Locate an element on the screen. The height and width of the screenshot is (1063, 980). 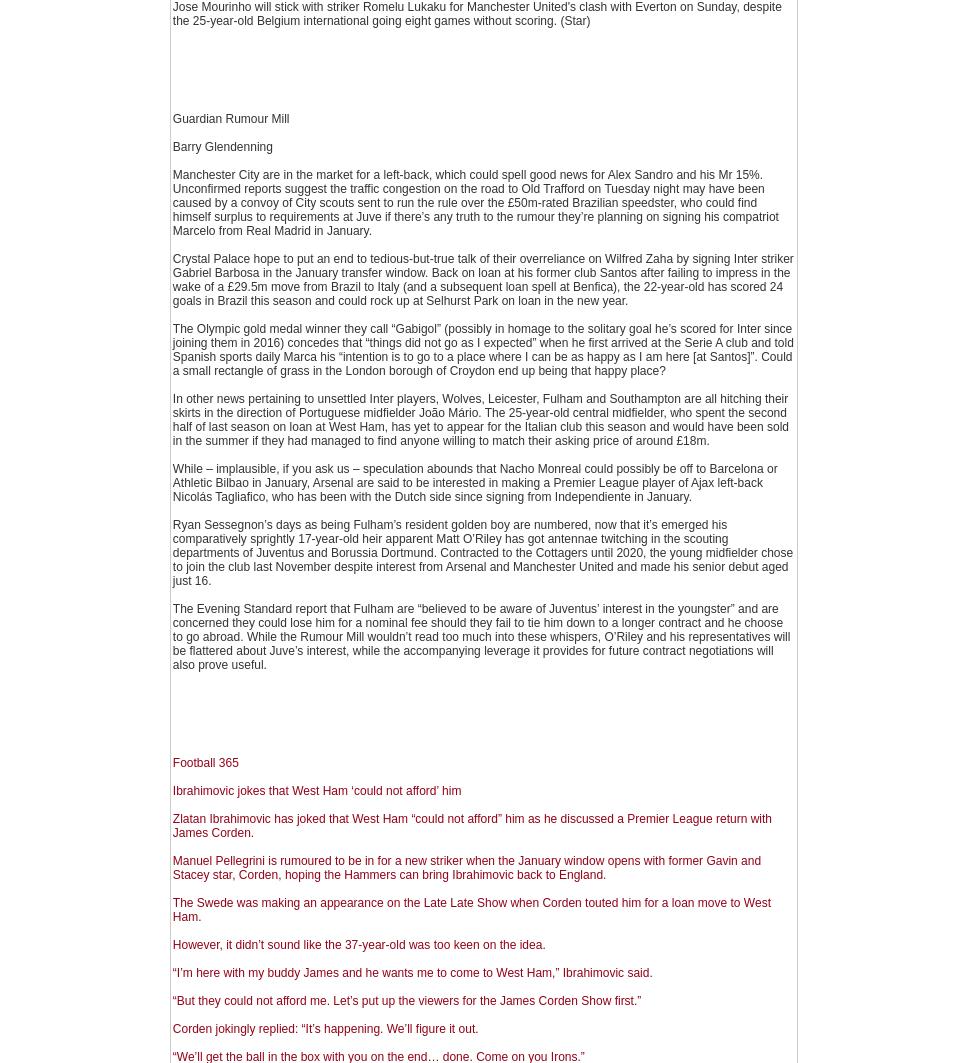
'Jose Mourinho will stick with striker Romelu Lukaku for Manchester United's clash with Everton on Sunday, despite the 25-year-old Belgium international going eight games without scoring. (Star)' is located at coordinates (476, 14).